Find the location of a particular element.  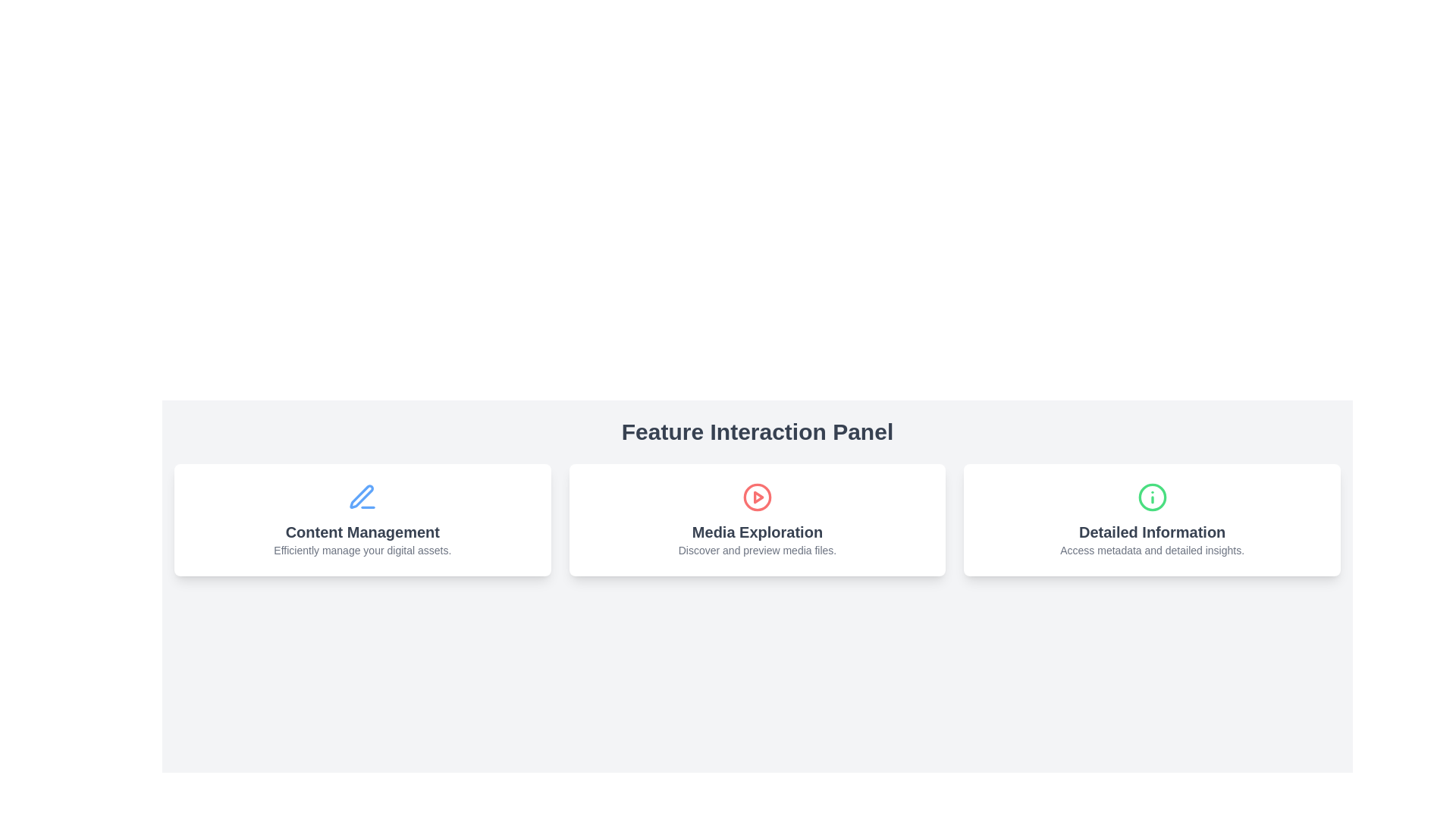

text label that contains the content 'Discover and preview media files.' which is styled in a small-sized, gray font and is centered below the title 'Media Exploration' in a card-like UI element is located at coordinates (757, 550).